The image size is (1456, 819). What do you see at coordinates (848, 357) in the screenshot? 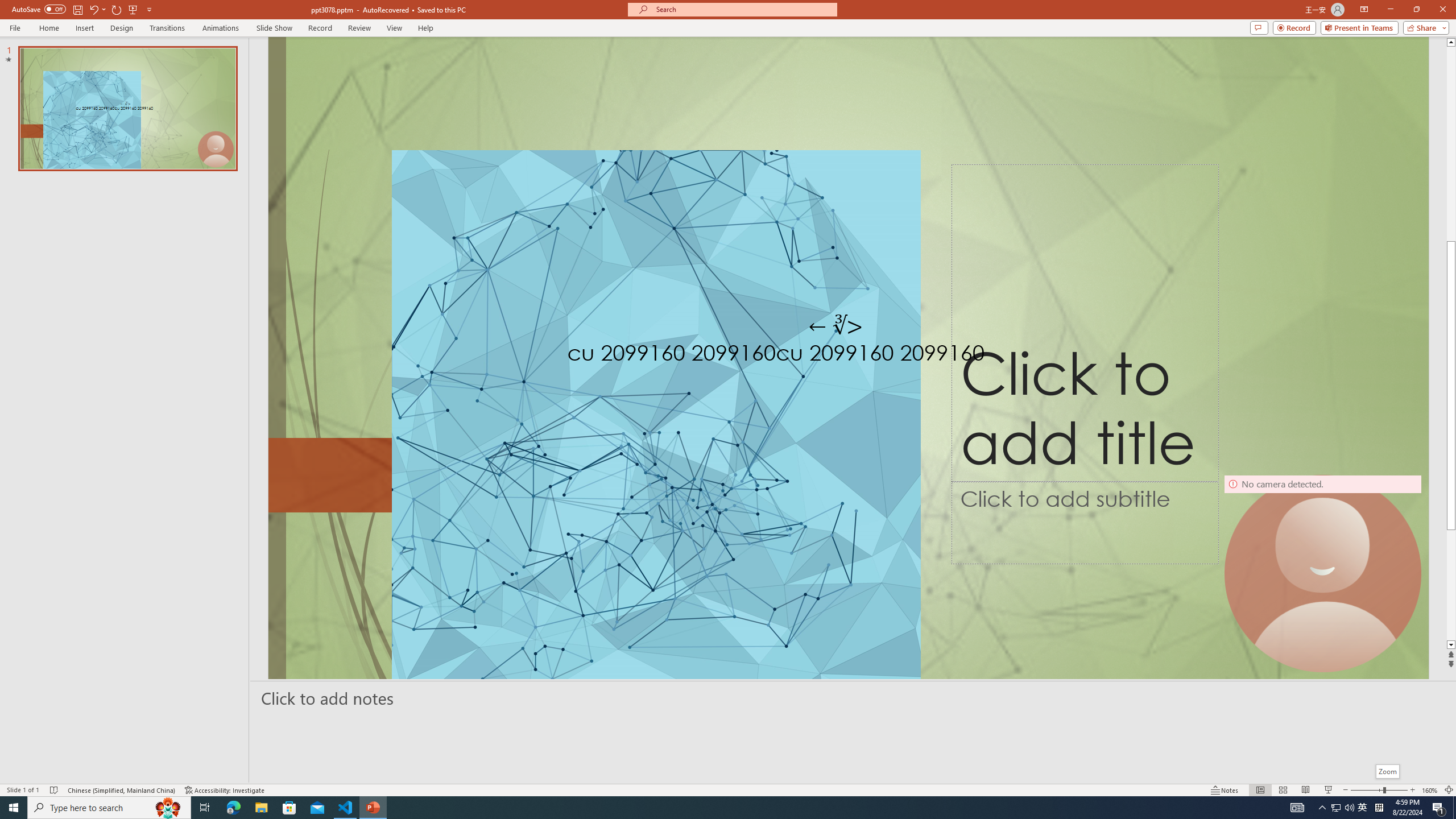
I see `'An abstract genetic concept'` at bounding box center [848, 357].